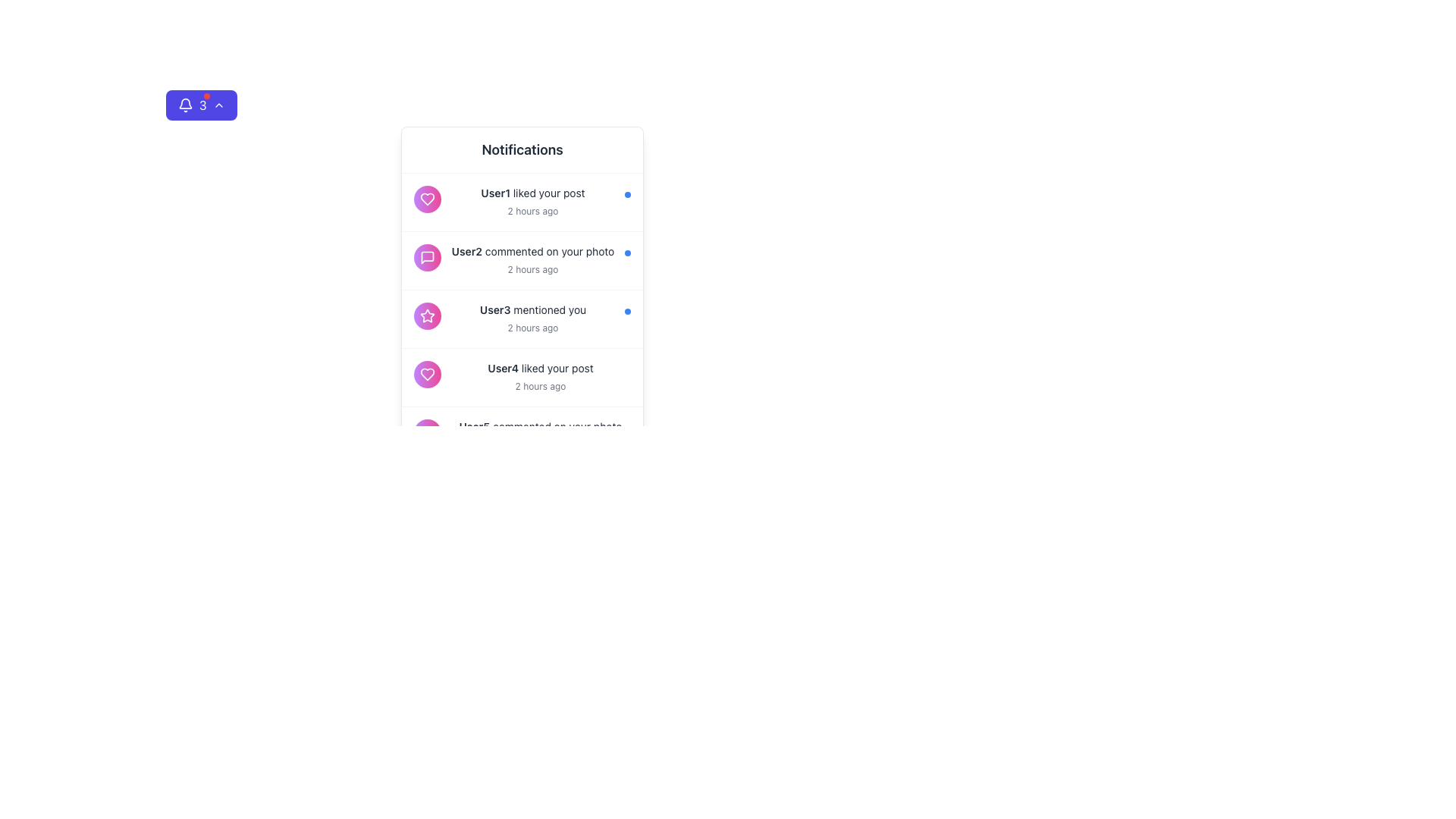  I want to click on text content of the text block displayed in a sans-serif font style, styled in a smaller size, and has a dark gray color, located in the second row of notifications, so click(532, 250).